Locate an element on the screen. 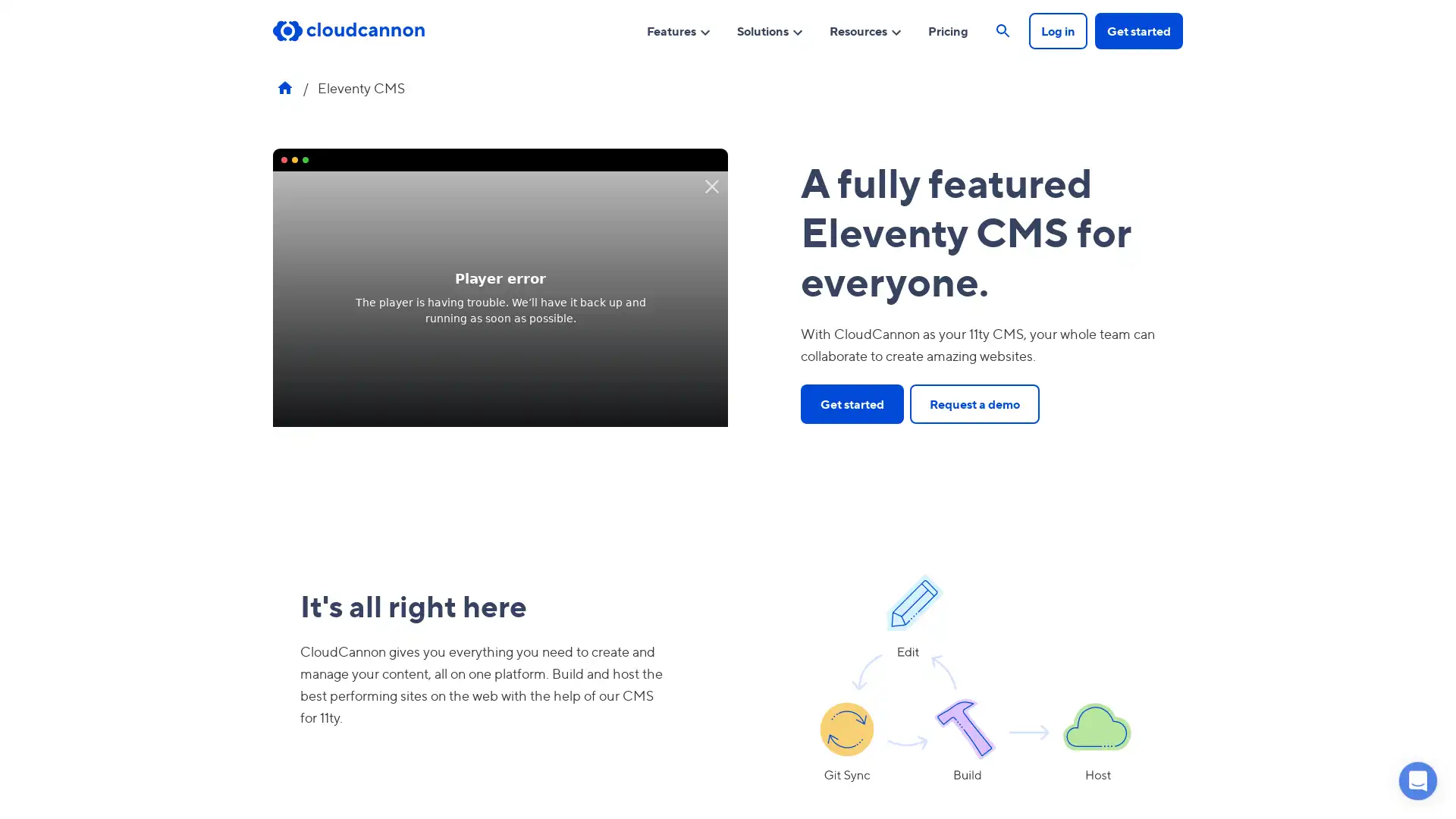  Features is located at coordinates (678, 30).